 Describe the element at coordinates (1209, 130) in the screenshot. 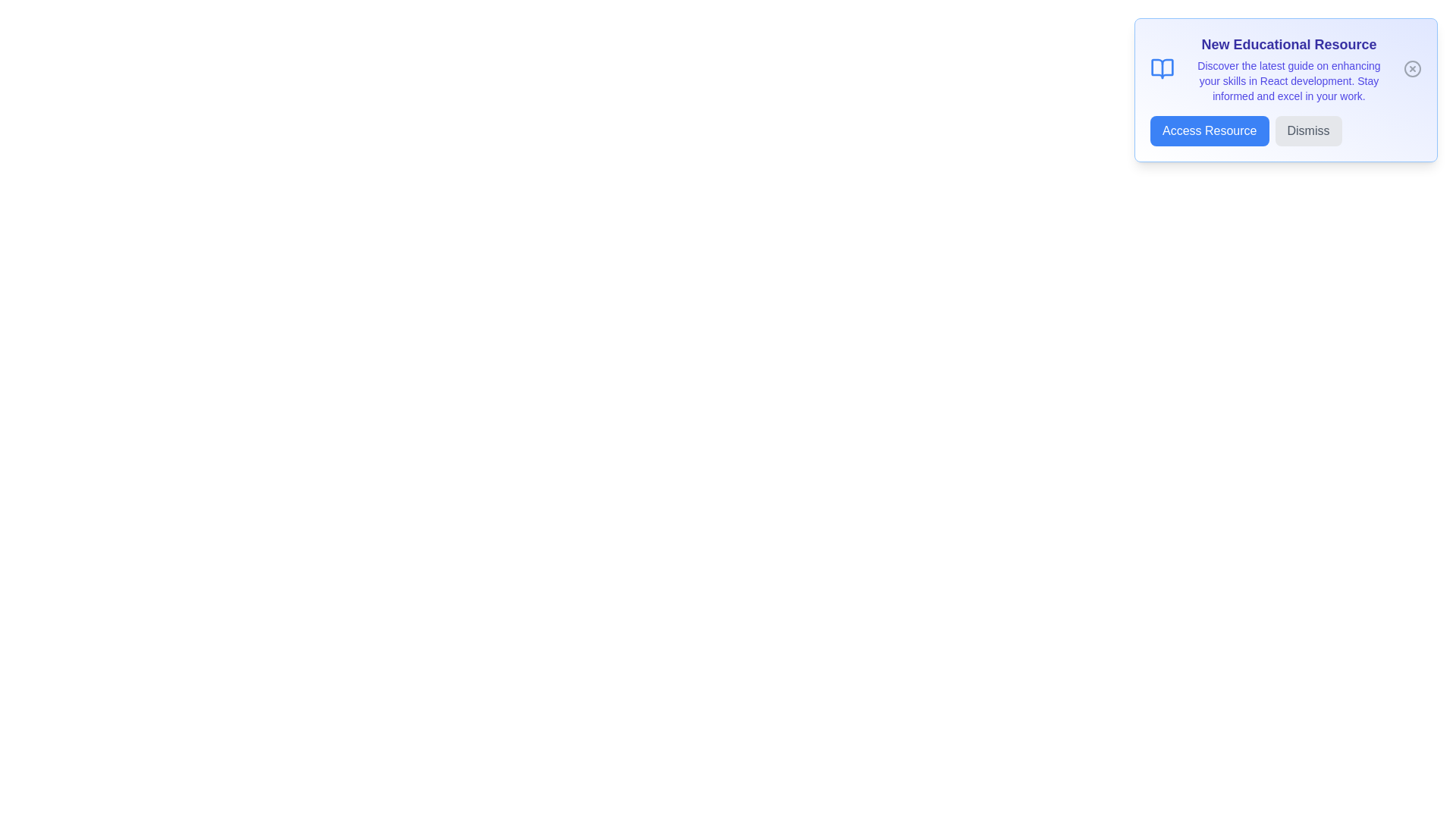

I see `the 'Access Resource' button to navigate to the resource` at that location.